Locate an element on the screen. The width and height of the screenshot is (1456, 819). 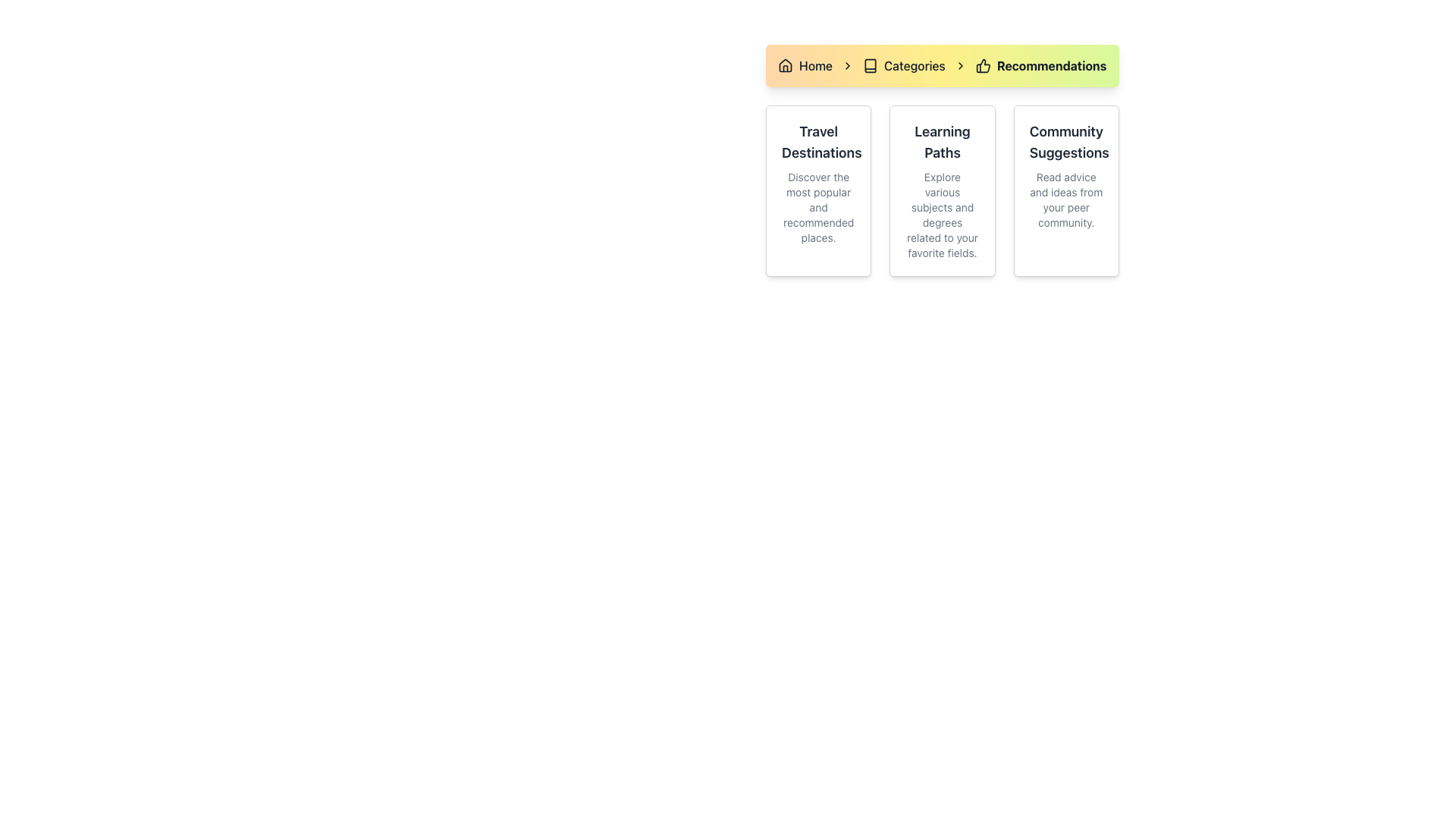
text content of the informative card or panel located at the center column of the interface, between the 'Travel Destinations' and 'Community Suggestions' sections is located at coordinates (942, 161).